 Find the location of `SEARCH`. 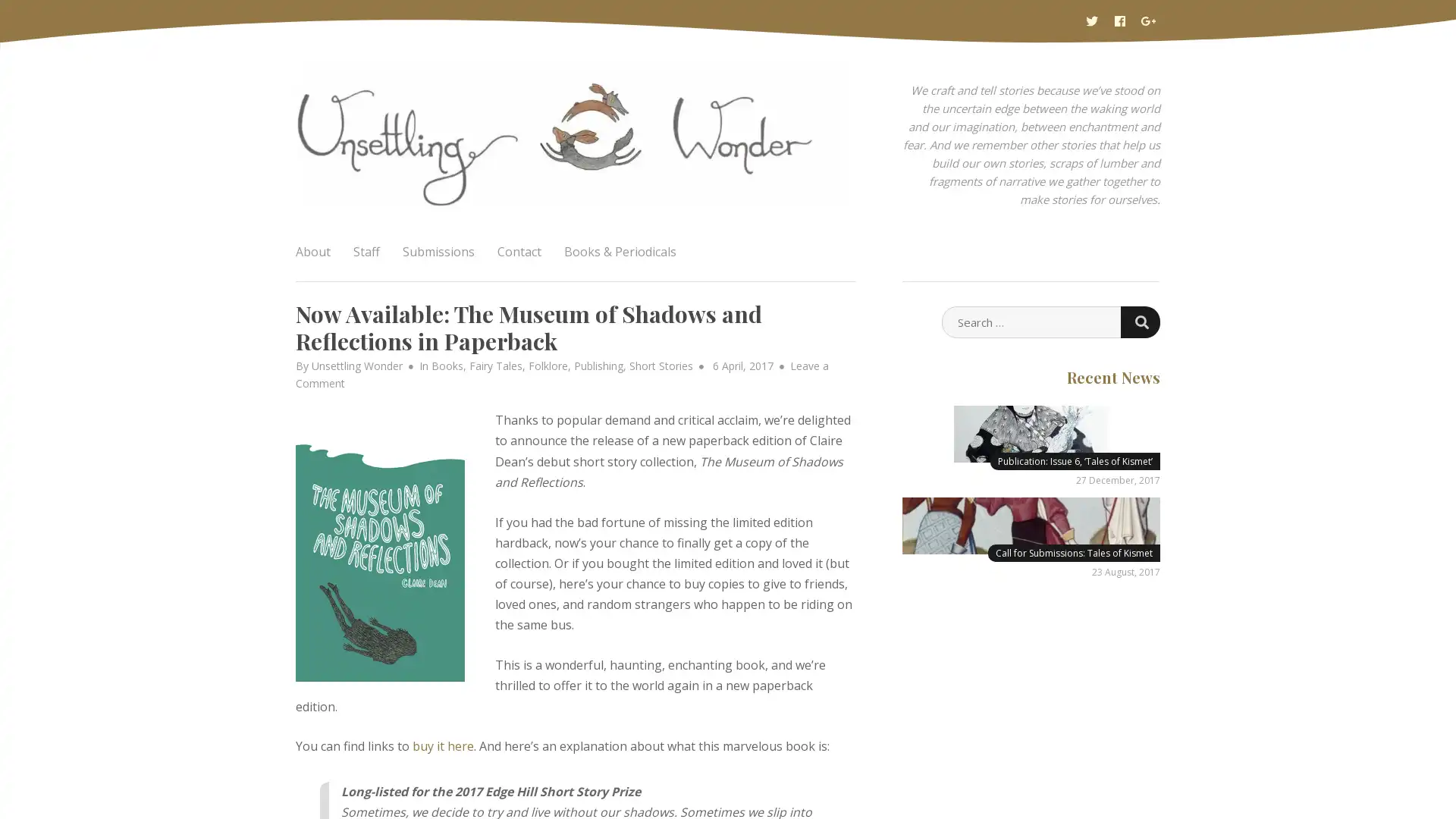

SEARCH is located at coordinates (1140, 321).